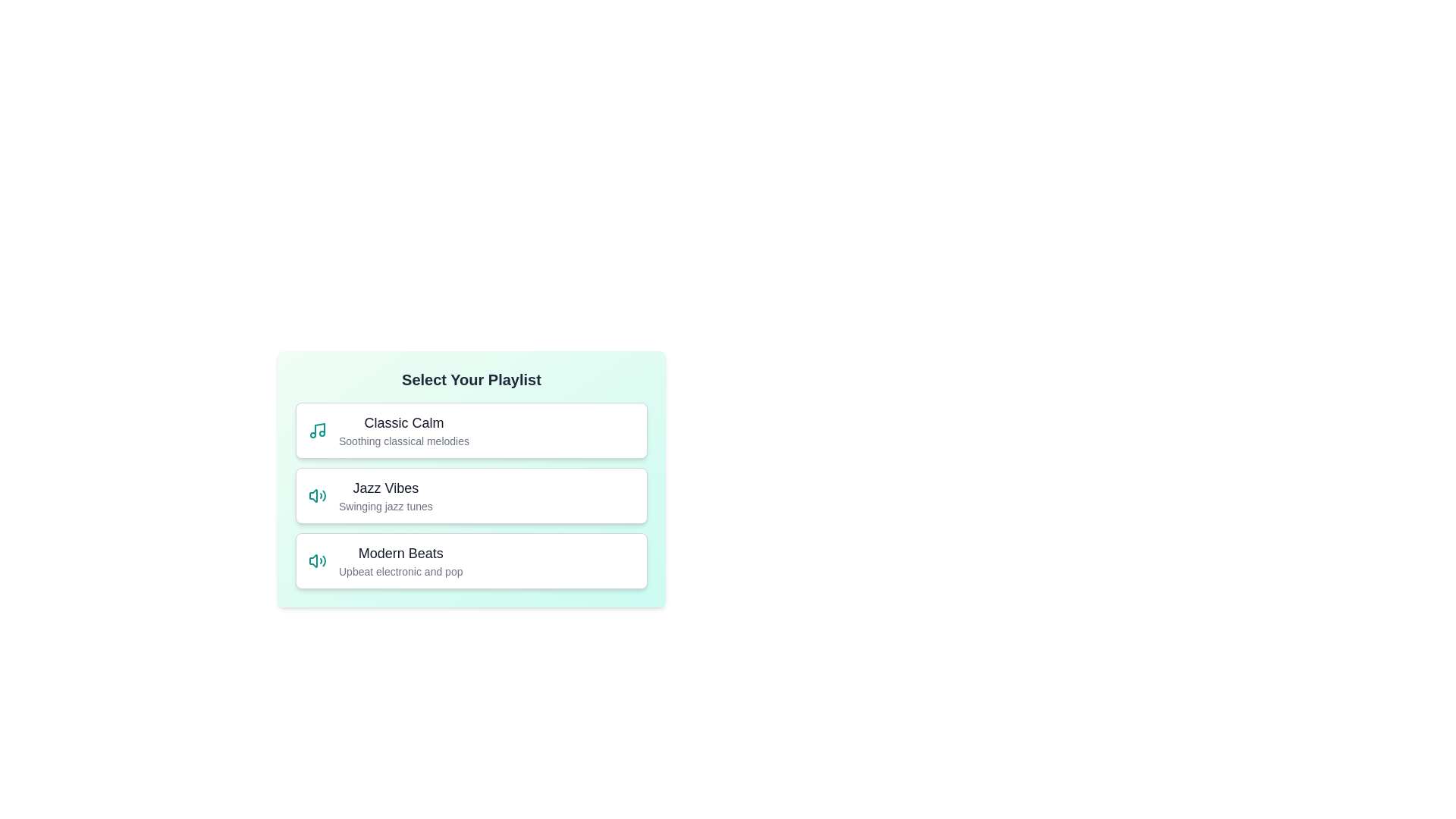 This screenshot has height=819, width=1456. I want to click on the static text element that provides a subtitle for the 'Jazz Vibes' playlist, located beneath the main heading 'Select Your Playlist', so click(385, 506).